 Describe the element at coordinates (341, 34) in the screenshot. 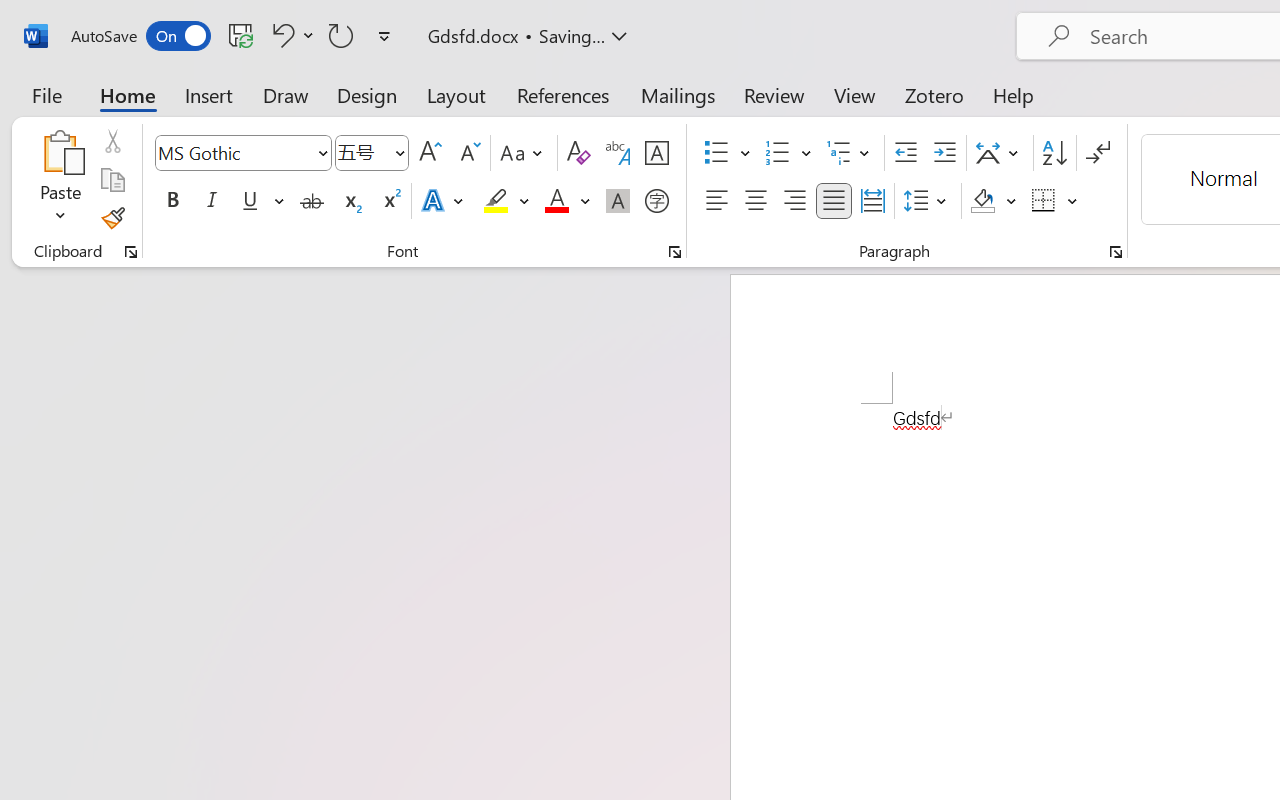

I see `'Repeat Formatting'` at that location.